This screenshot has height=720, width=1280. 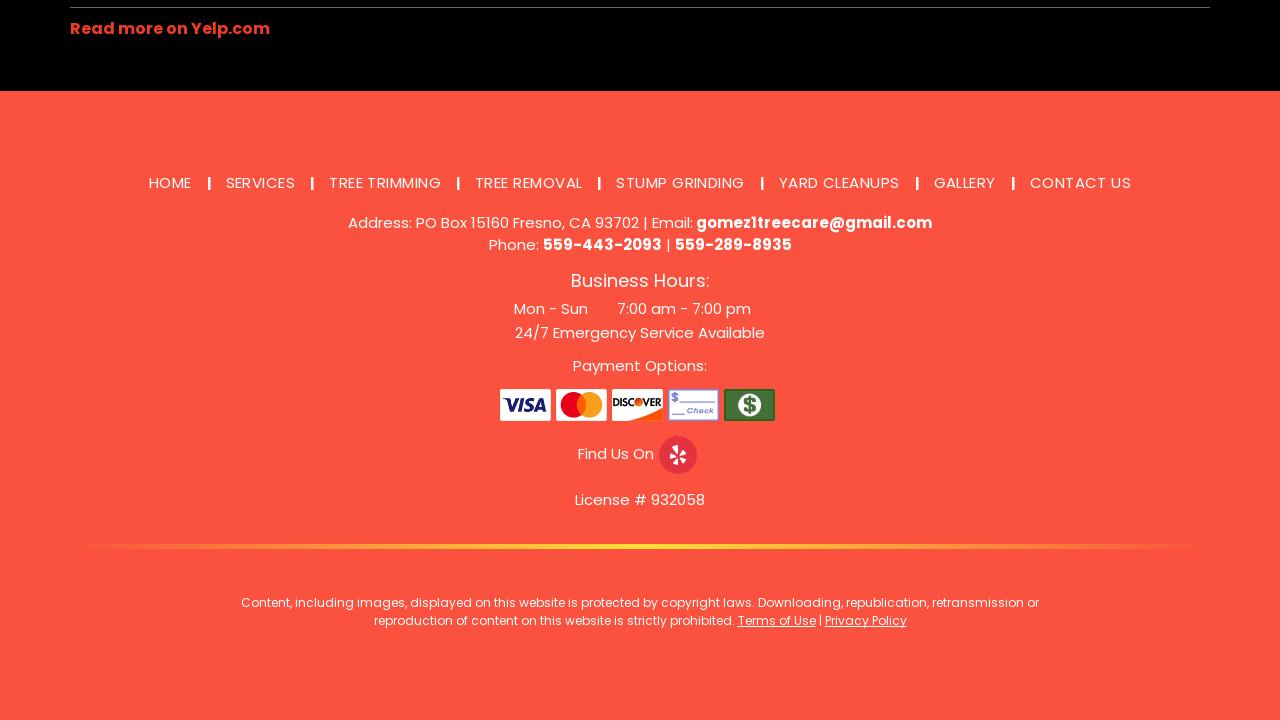 What do you see at coordinates (679, 182) in the screenshot?
I see `'STUMP GRINDING'` at bounding box center [679, 182].